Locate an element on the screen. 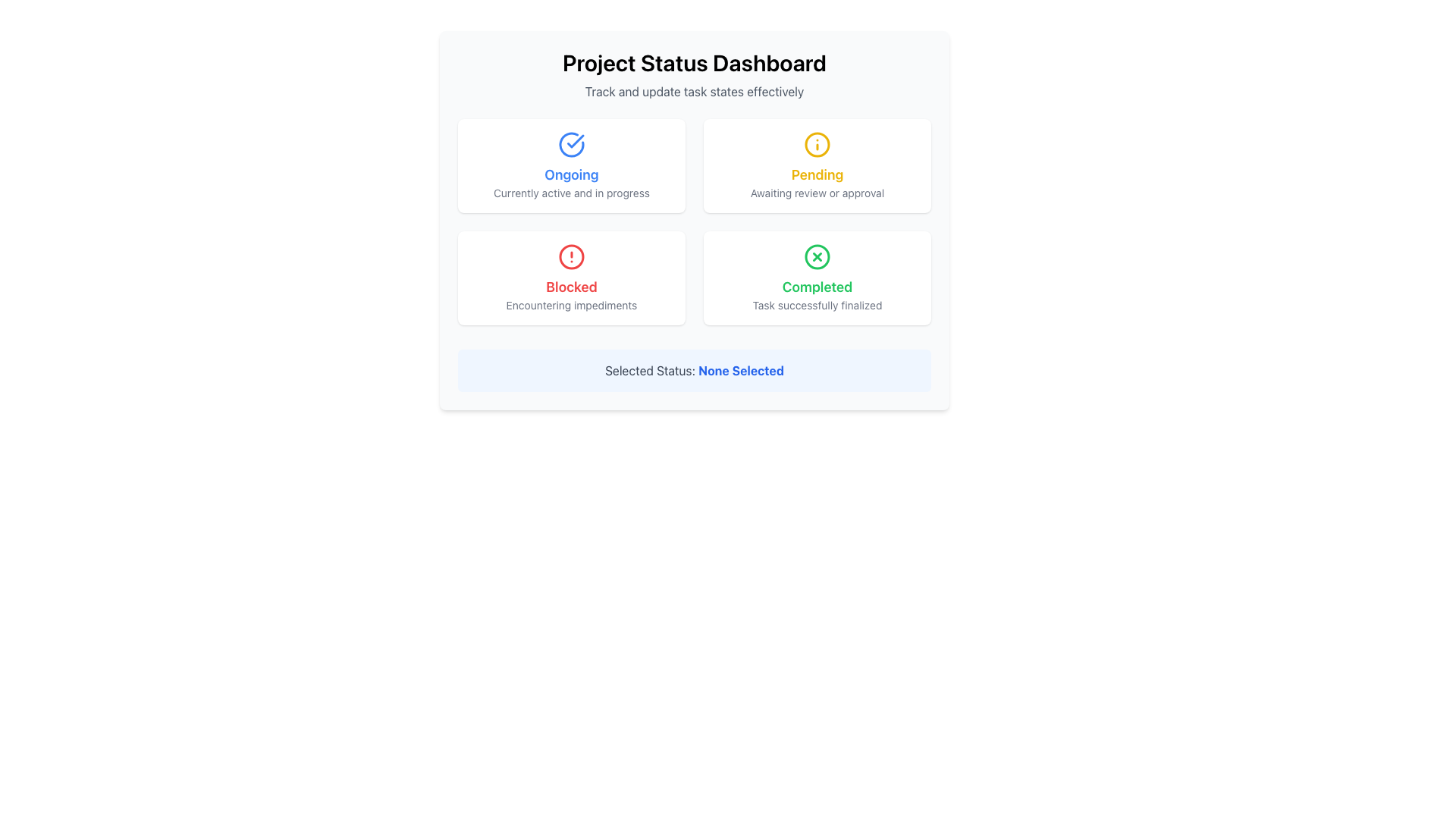 This screenshot has width=1456, height=819. the text label that reads 'Currently active and in progress' located below the 'Ongoing' heading in the top-left card of the interface is located at coordinates (570, 192).